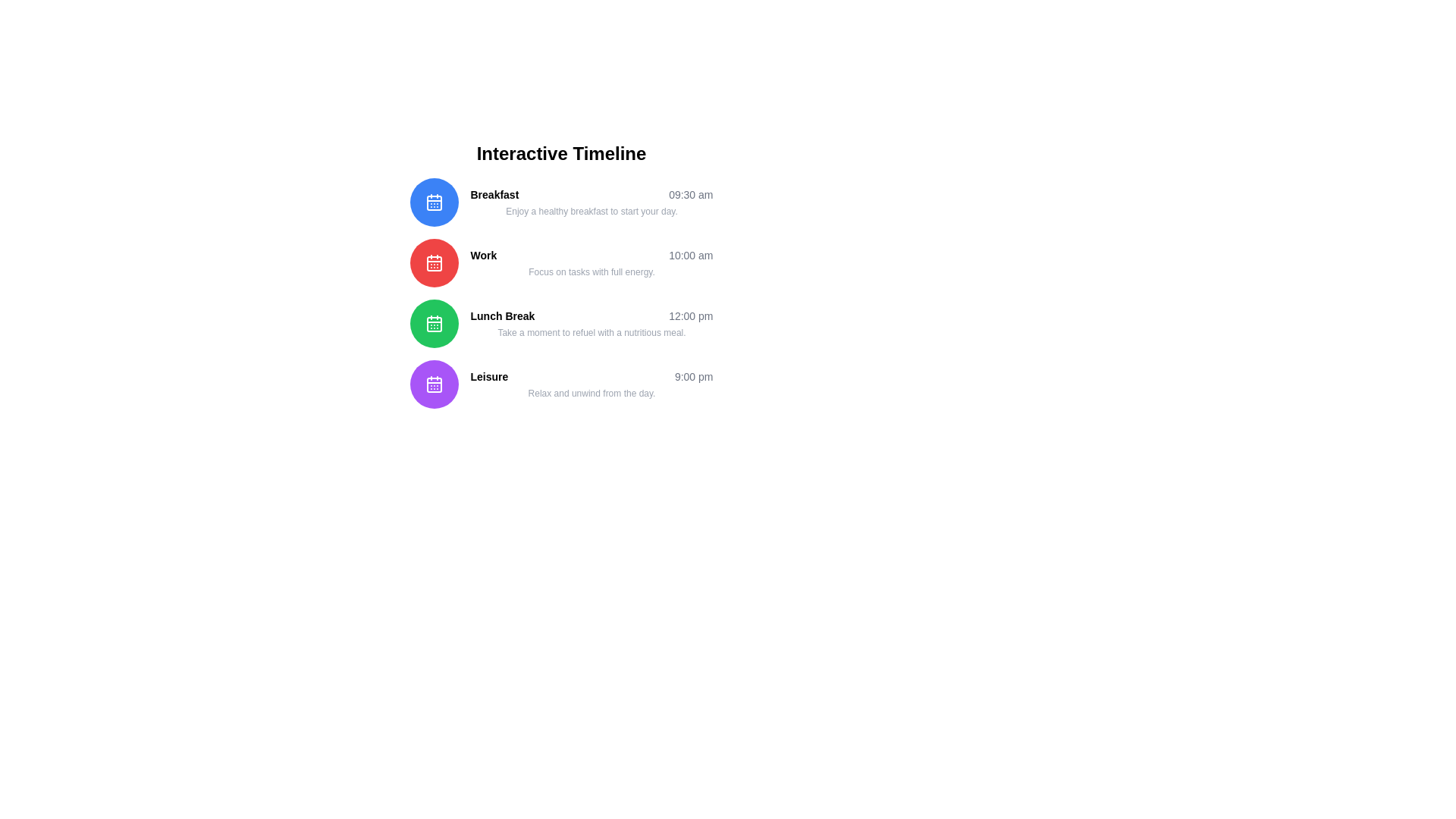 The height and width of the screenshot is (819, 1456). I want to click on the second circle icon badge located to the left of the 'Work' text, which indicates an event or task related to the 'Work' section, so click(433, 262).